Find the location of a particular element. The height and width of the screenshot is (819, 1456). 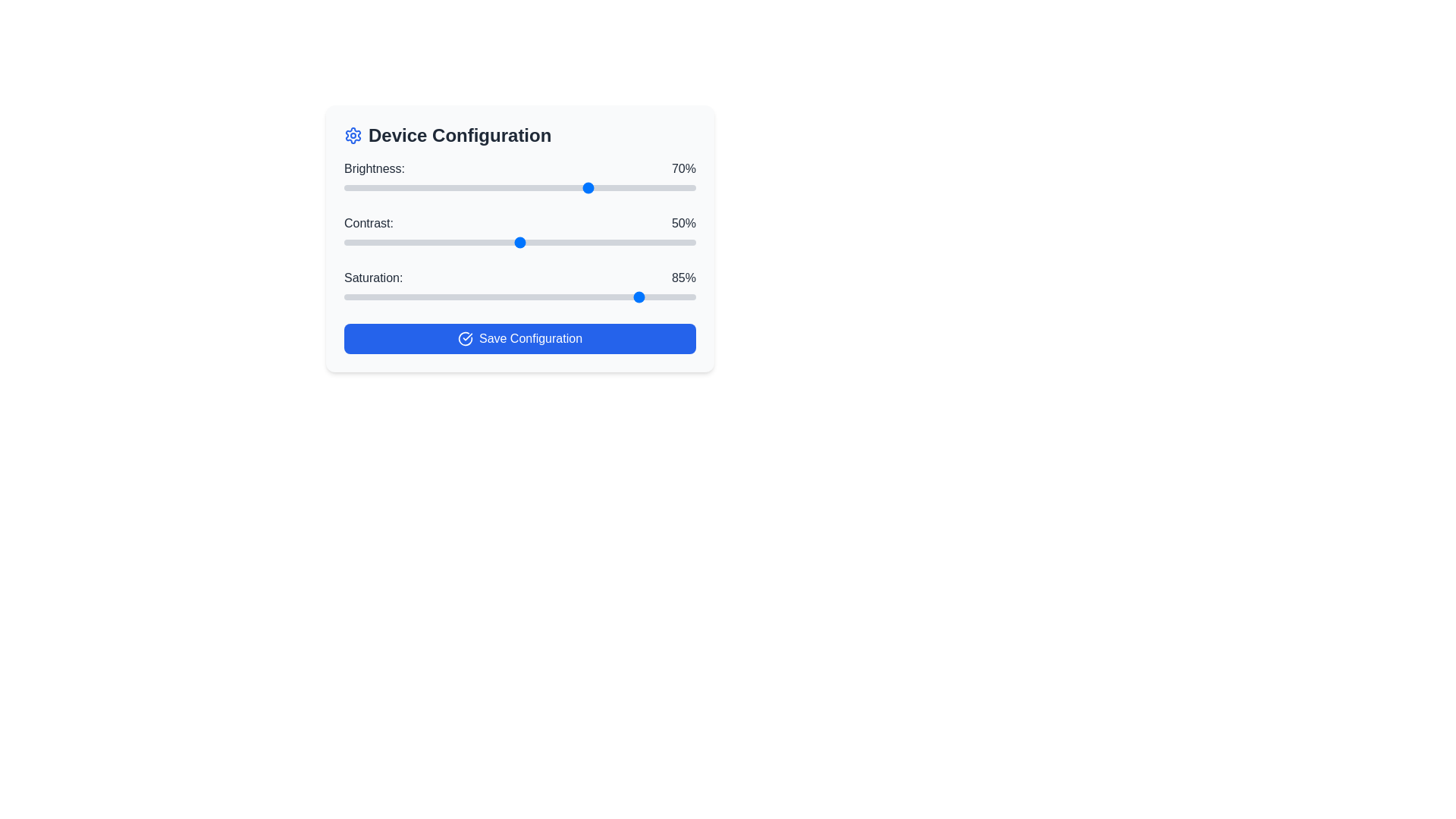

the wide blue button labeled 'Save Configuration' at the bottom of the configuration panel is located at coordinates (520, 338).